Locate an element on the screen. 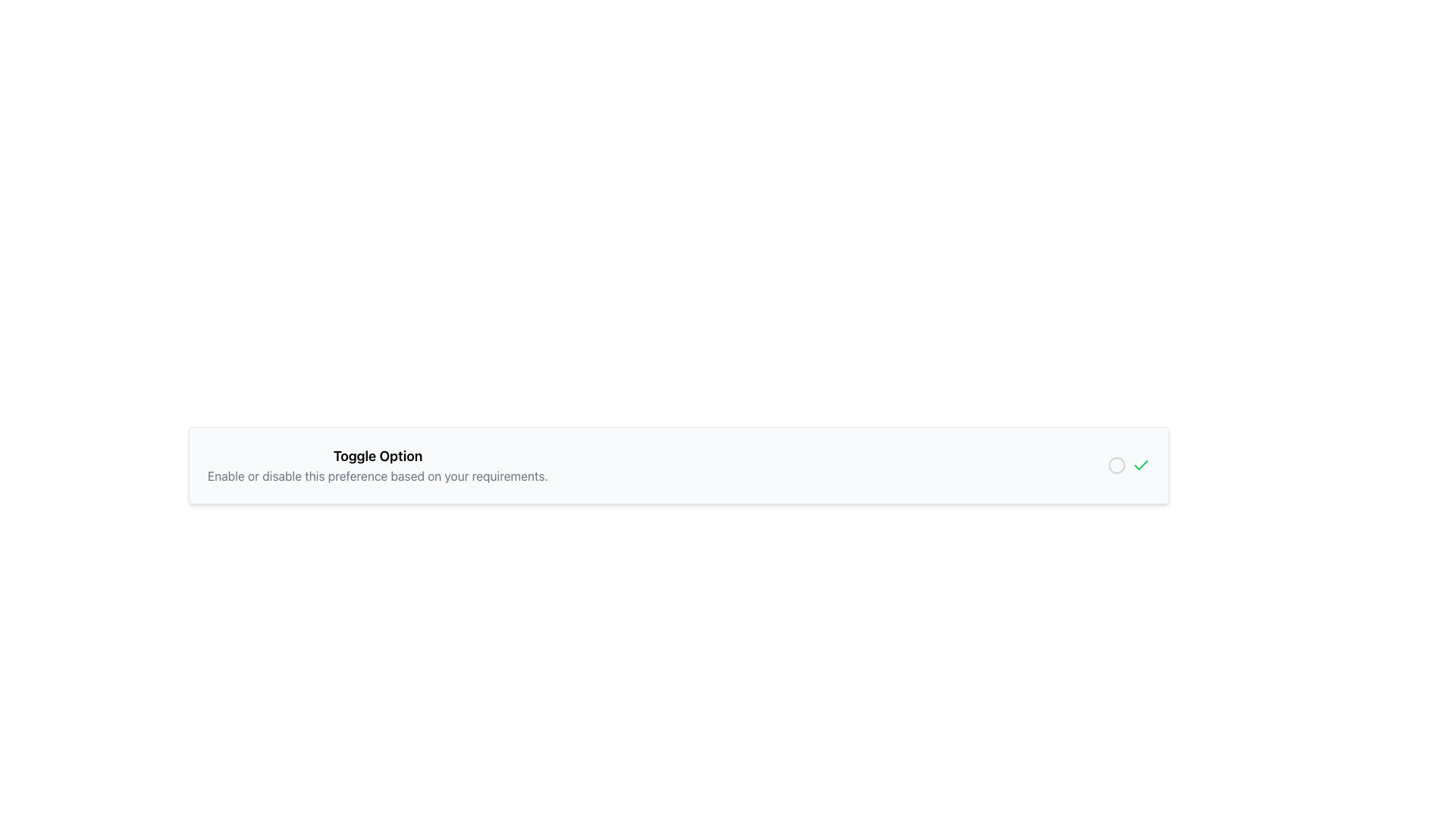  the circle shape object within the SVG graphic, located on the right side of the toggle-option interface is located at coordinates (1117, 464).